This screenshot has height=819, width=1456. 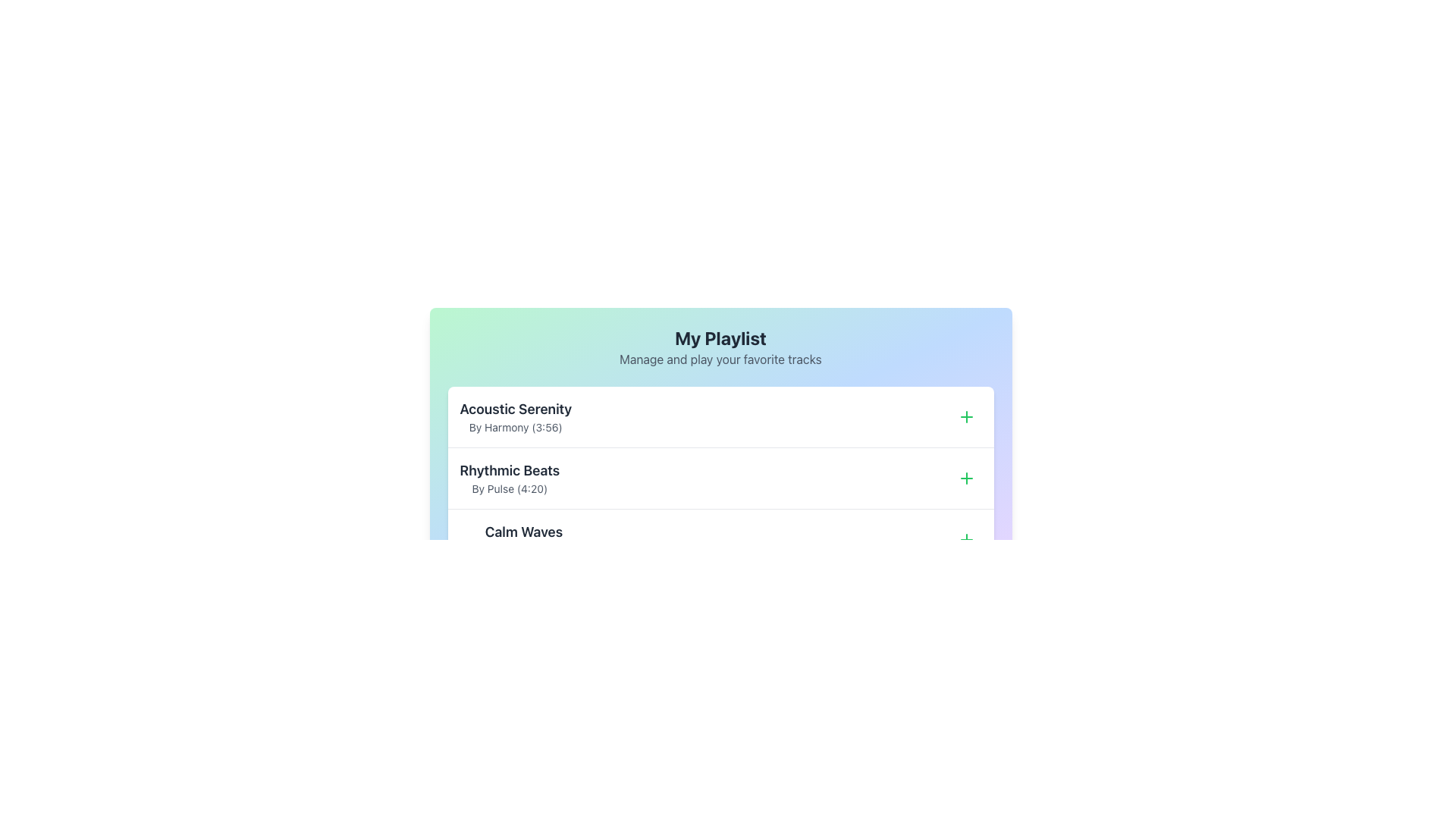 I want to click on the text label displaying 'Calm Waves', which is part of the bottommost item in a playlist interface, styled with a bold and larger font, and located above the subtitle 'By Relaxing Sounds (5:10)', so click(x=524, y=539).